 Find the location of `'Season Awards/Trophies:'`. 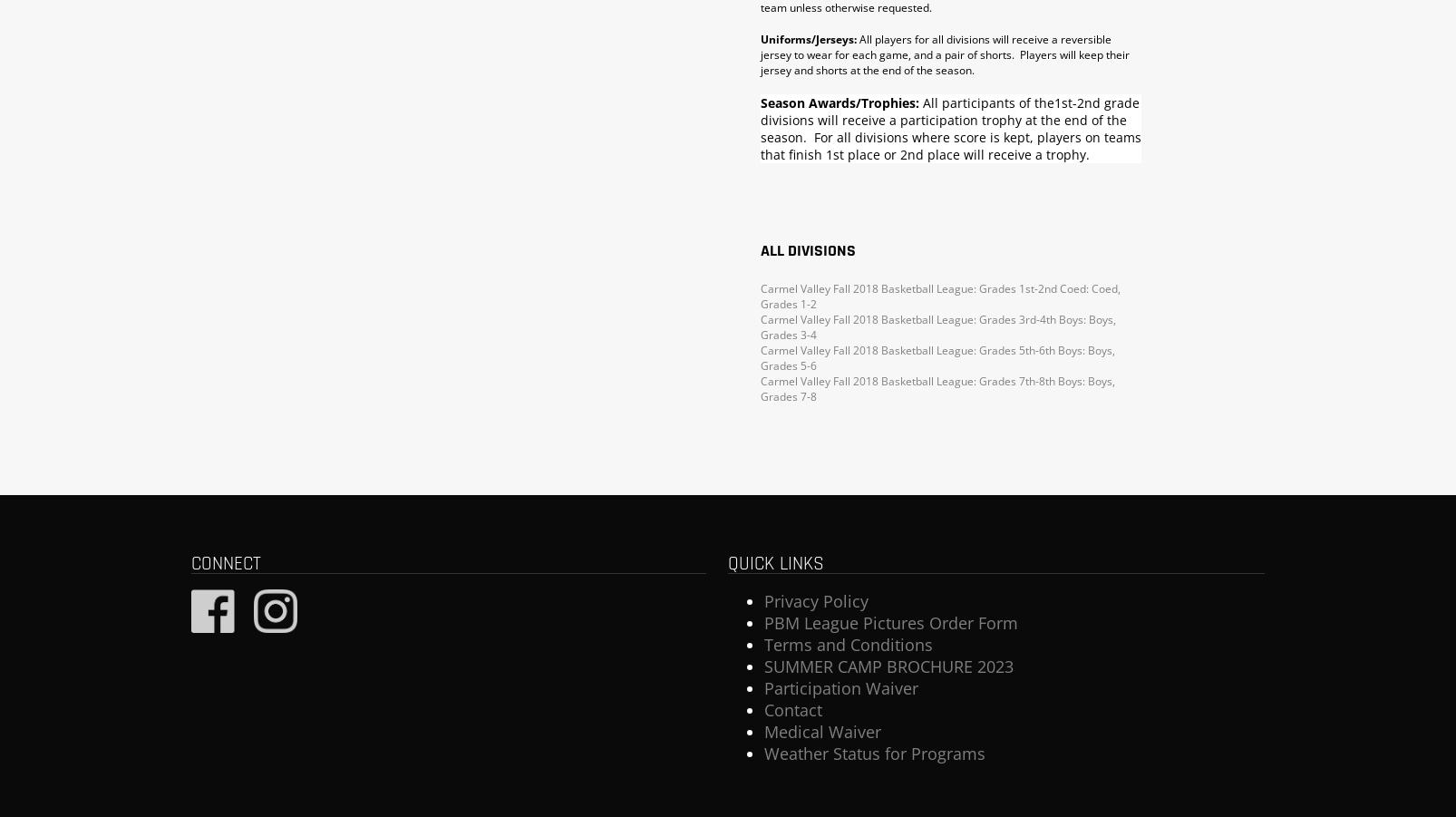

'Season Awards/Trophies:' is located at coordinates (840, 102).